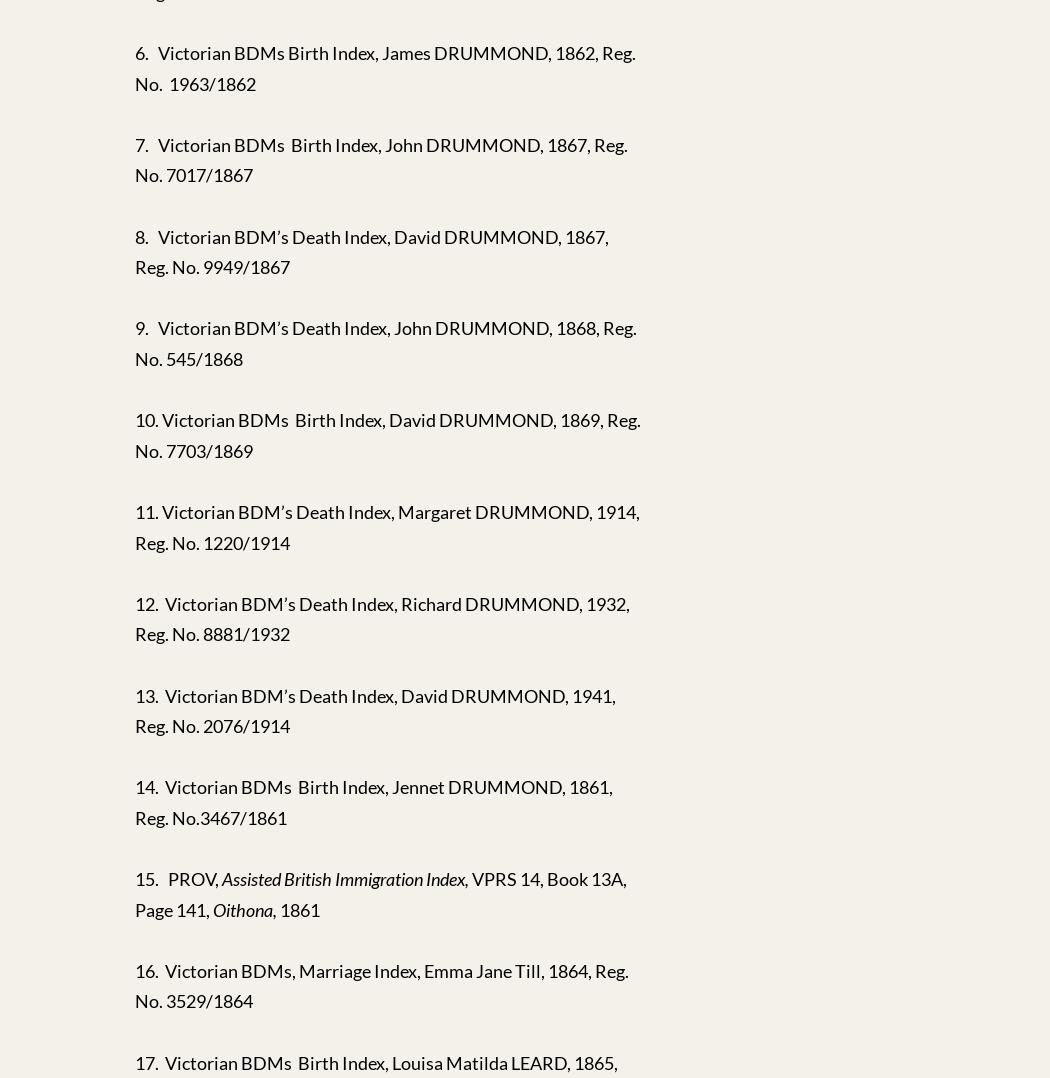  I want to click on '16.  Victorian BDMs, Marriage Index, Emma Jane Till, 1864, Reg. No. 3529/1864', so click(381, 985).